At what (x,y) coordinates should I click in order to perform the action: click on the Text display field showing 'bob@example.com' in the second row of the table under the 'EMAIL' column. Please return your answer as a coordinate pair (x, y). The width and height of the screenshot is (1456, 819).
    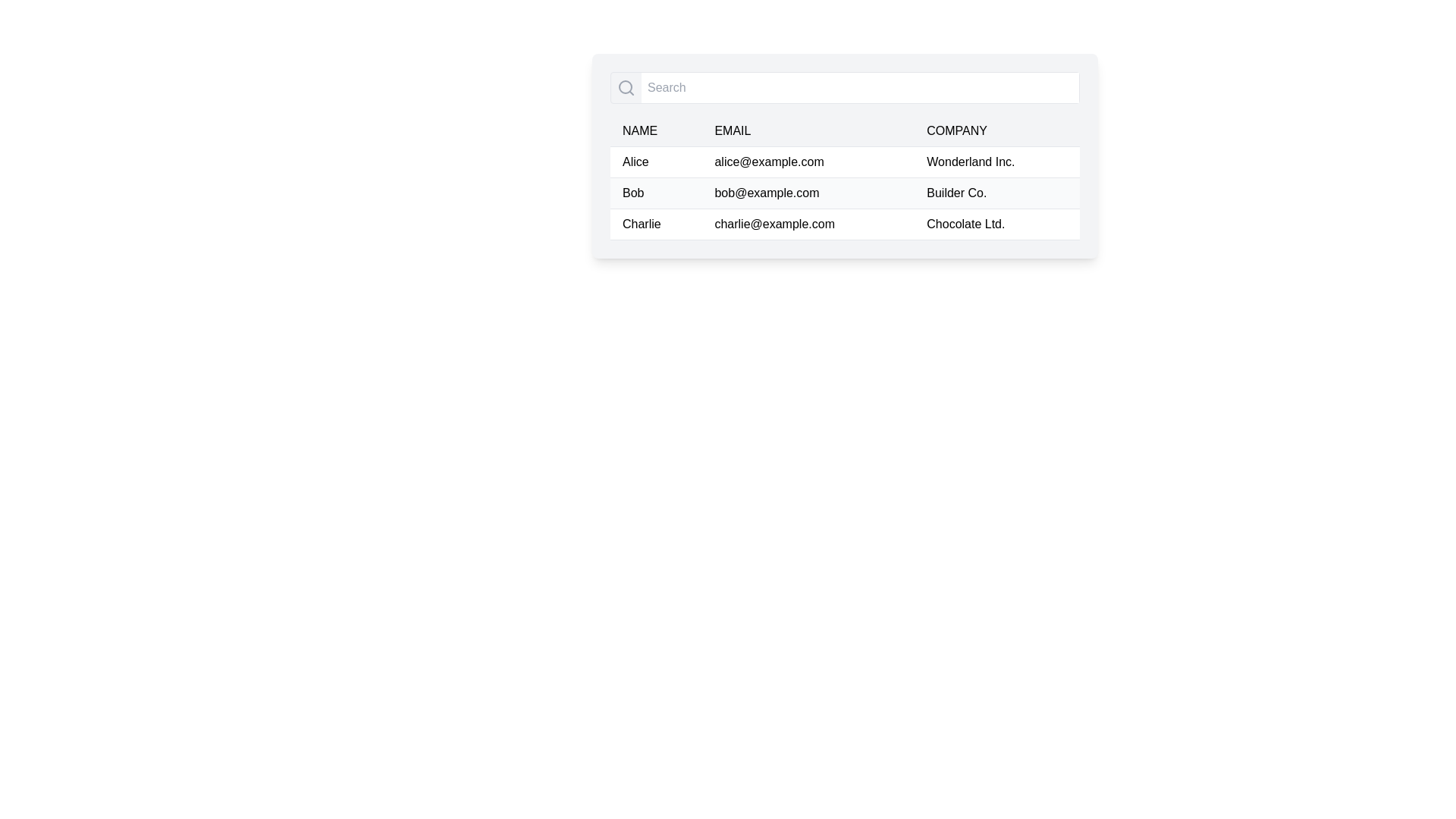
    Looking at the image, I should click on (808, 192).